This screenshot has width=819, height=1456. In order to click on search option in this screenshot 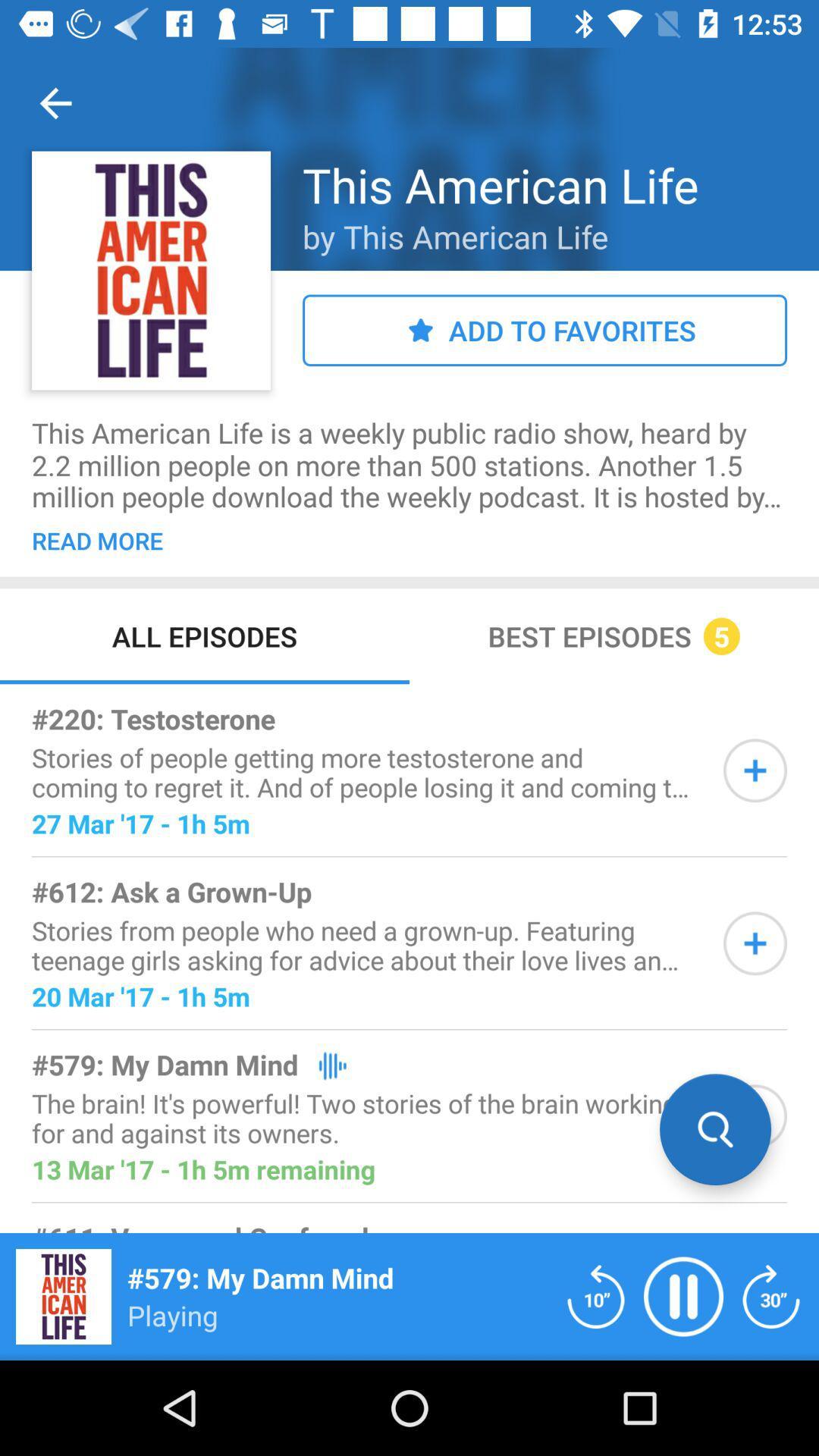, I will do `click(715, 1129)`.